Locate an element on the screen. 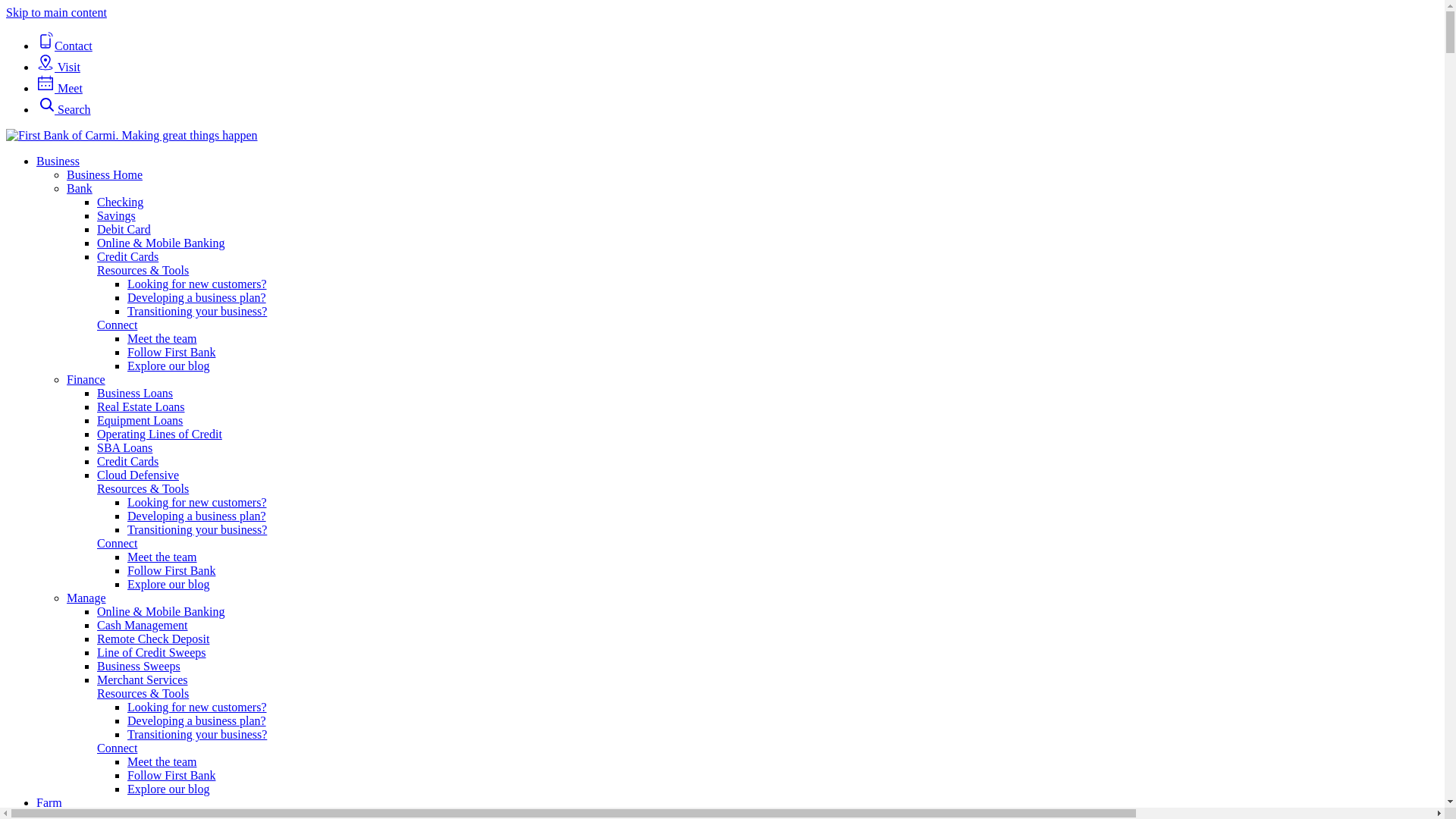 This screenshot has width=1456, height=819. 'Follow First Bank' is located at coordinates (171, 775).